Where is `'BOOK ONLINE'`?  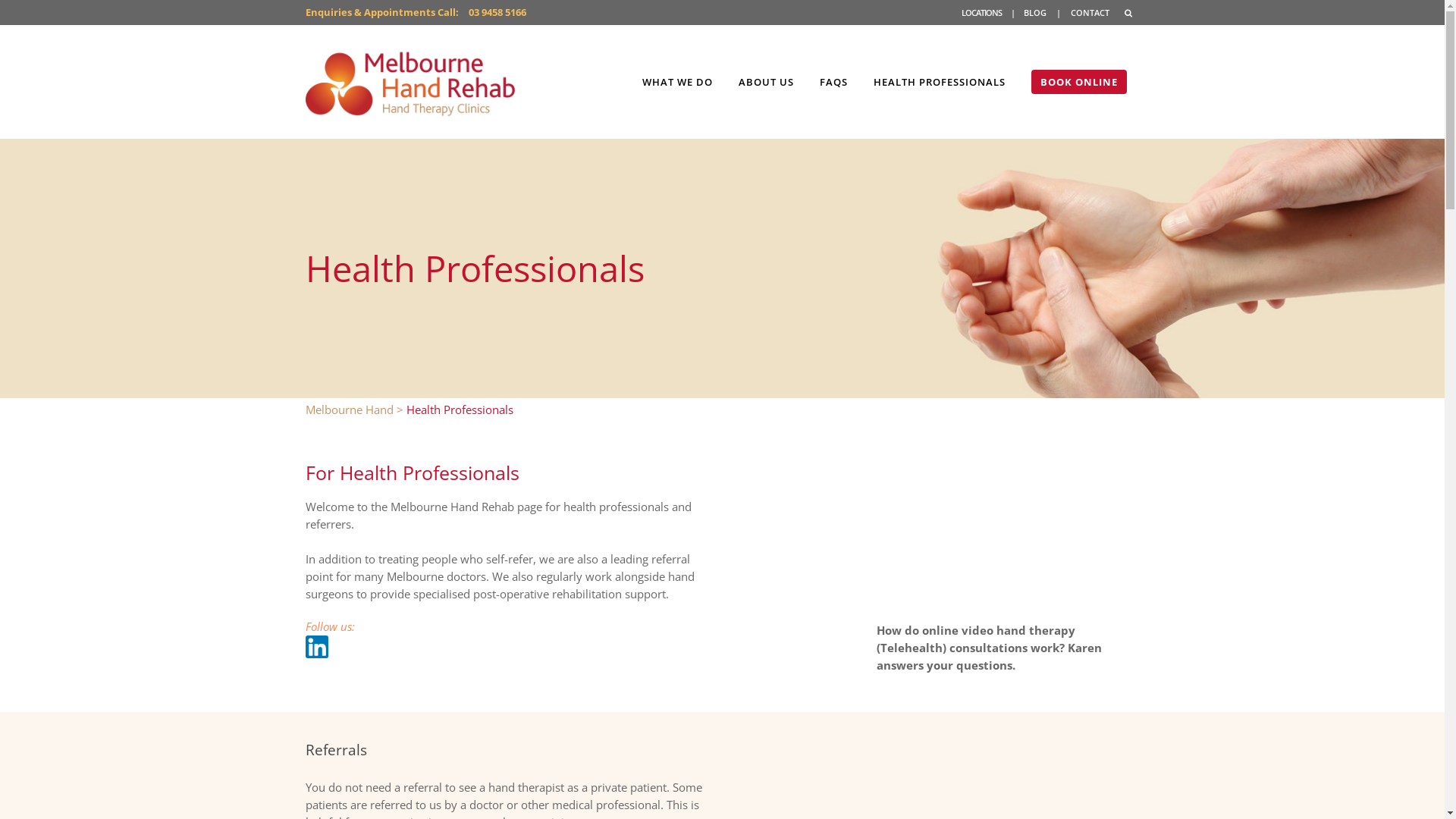 'BOOK ONLINE' is located at coordinates (1078, 82).